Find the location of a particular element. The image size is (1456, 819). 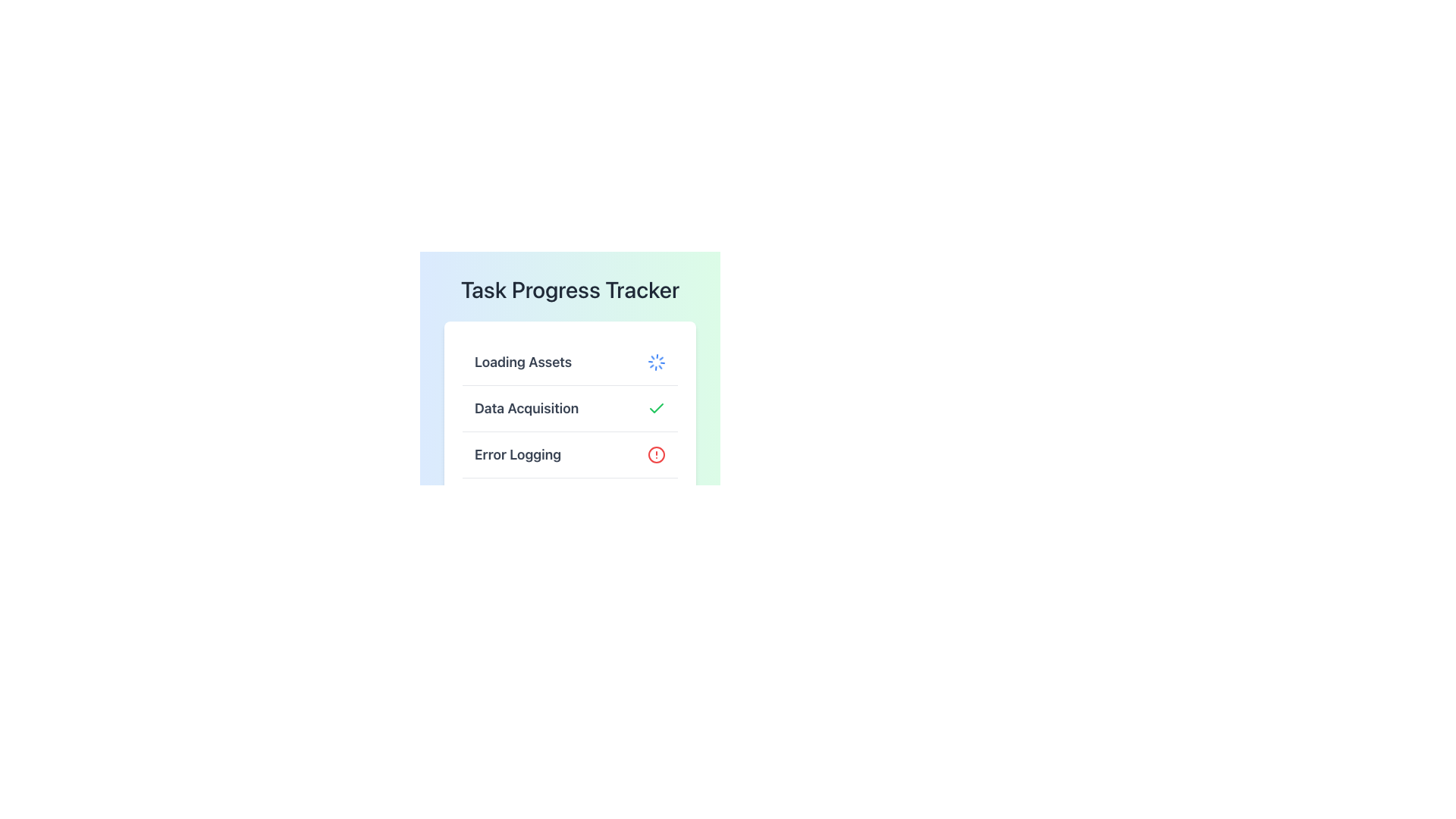

the warning or error status indicator located in the rightmost section of the 'Error Logging' row, next to the 'Error Logging' label is located at coordinates (656, 454).